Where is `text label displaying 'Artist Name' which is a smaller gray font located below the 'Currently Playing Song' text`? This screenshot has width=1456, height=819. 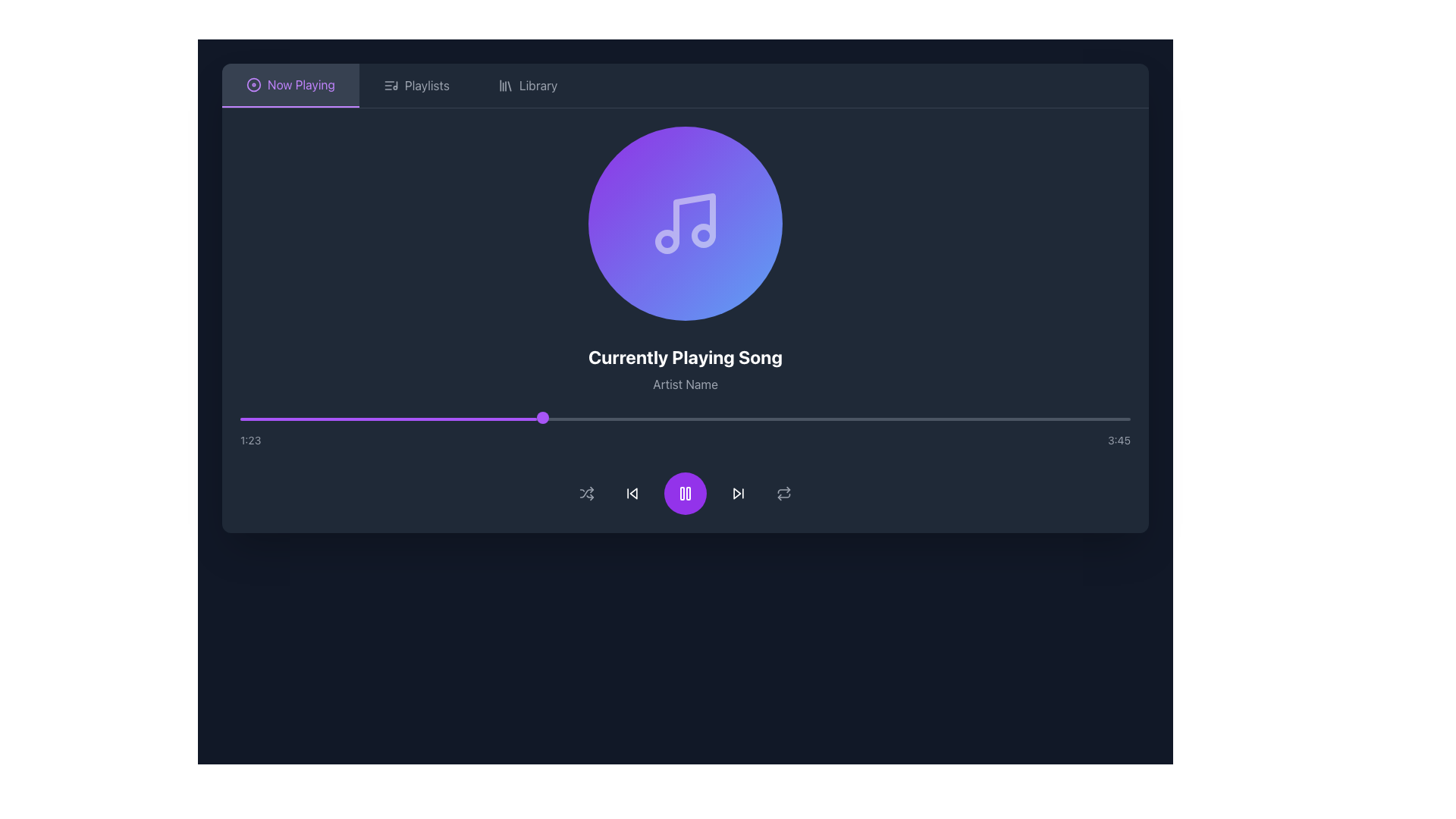 text label displaying 'Artist Name' which is a smaller gray font located below the 'Currently Playing Song' text is located at coordinates (684, 383).